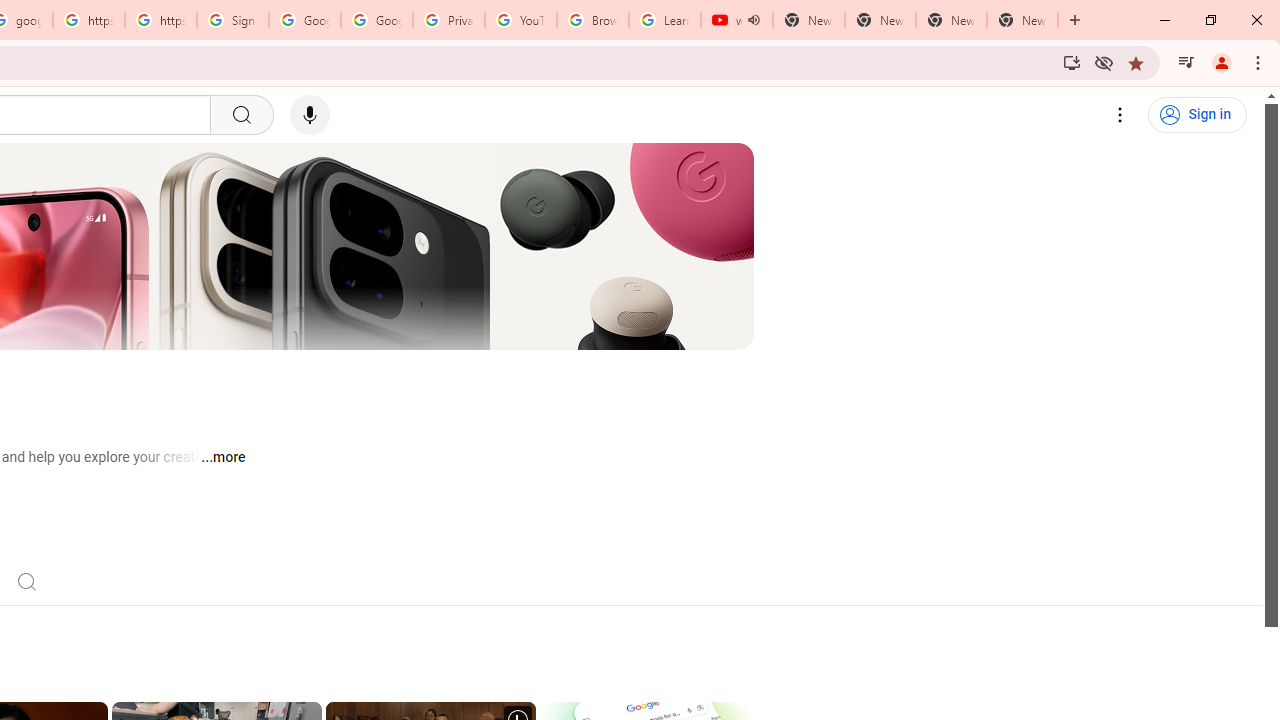 This screenshot has height=720, width=1280. What do you see at coordinates (1071, 61) in the screenshot?
I see `'Install YouTube'` at bounding box center [1071, 61].